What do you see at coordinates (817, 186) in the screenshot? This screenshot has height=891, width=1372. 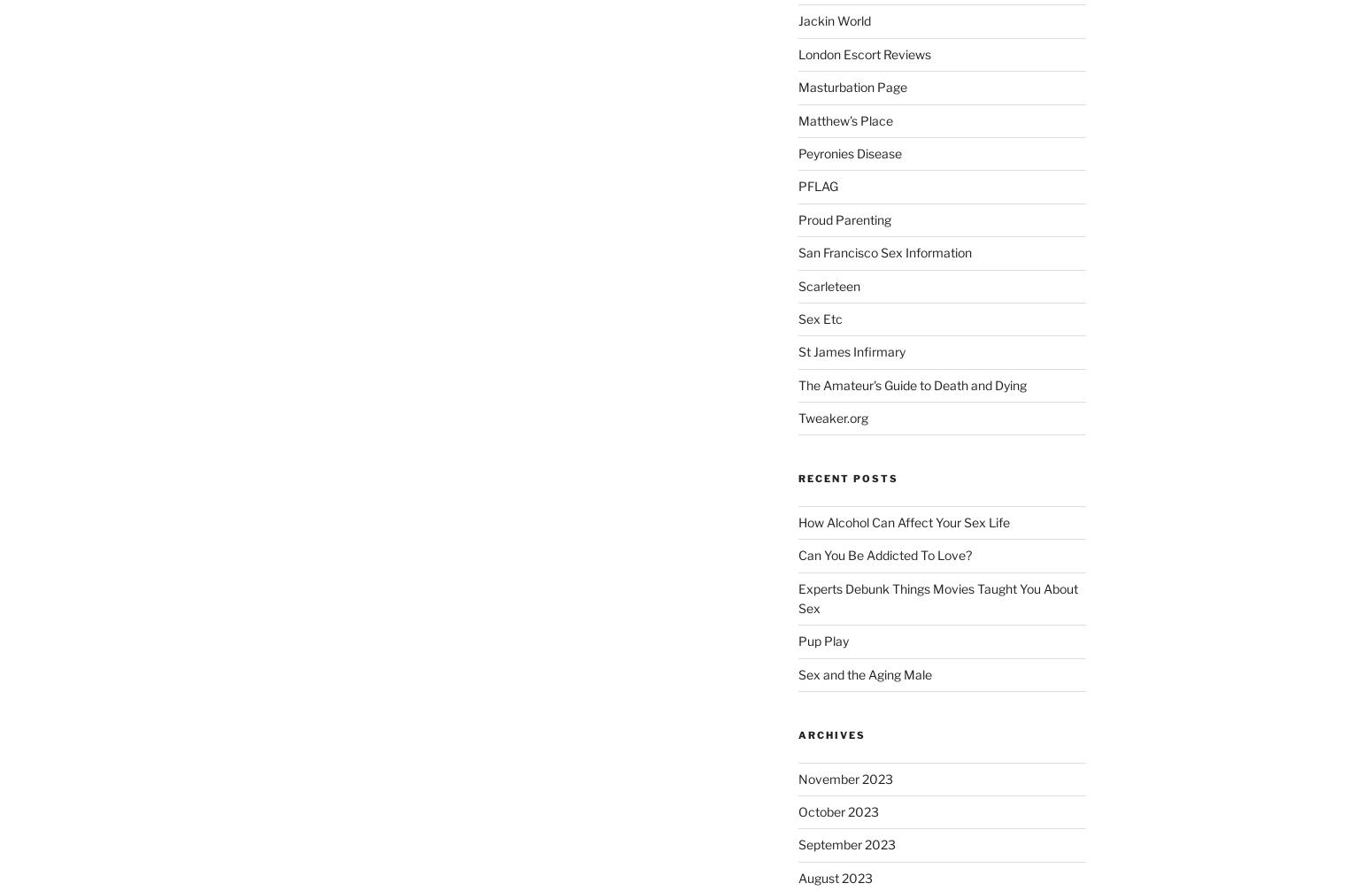 I see `'PFLAG'` at bounding box center [817, 186].